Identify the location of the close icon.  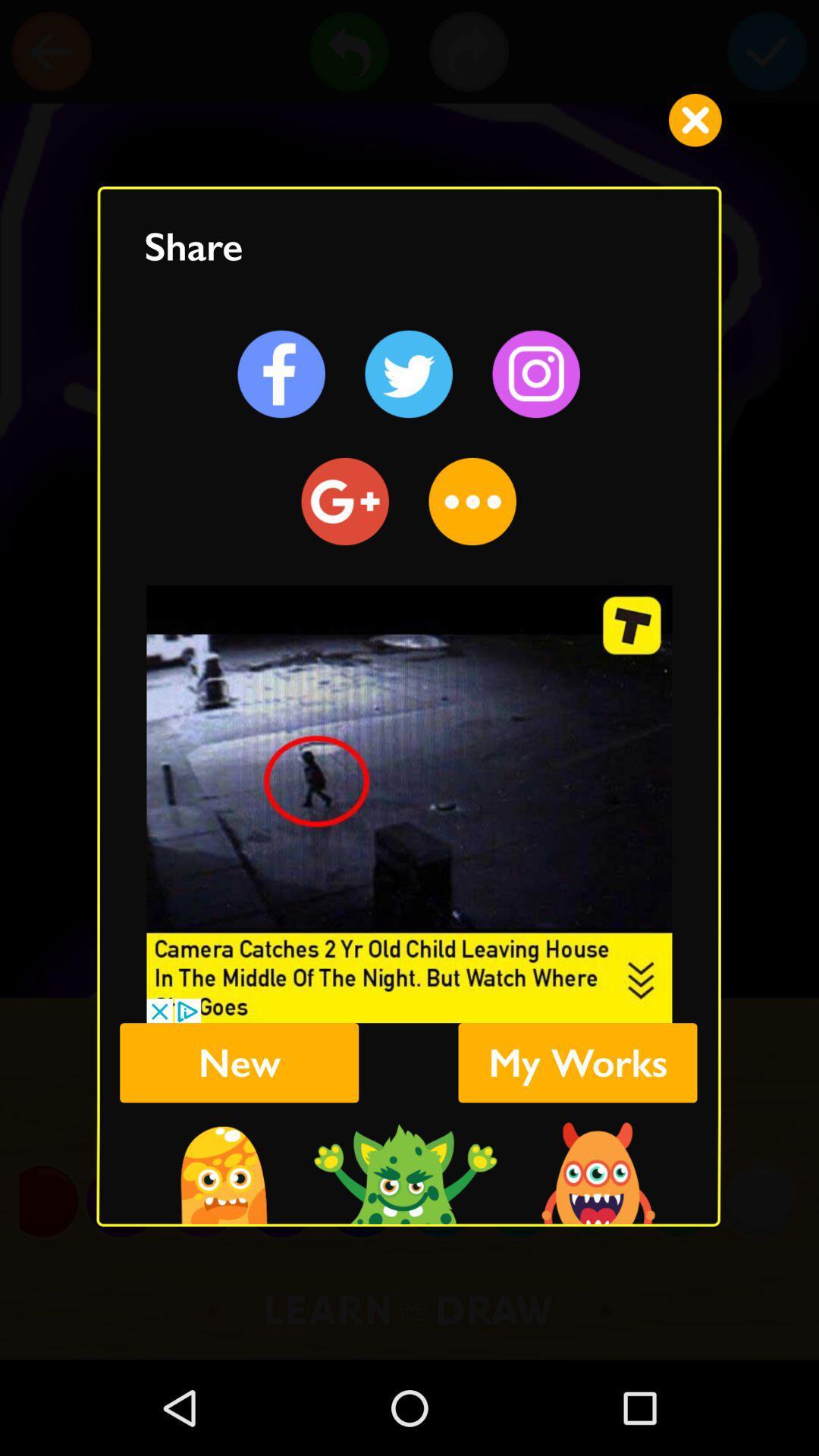
(695, 119).